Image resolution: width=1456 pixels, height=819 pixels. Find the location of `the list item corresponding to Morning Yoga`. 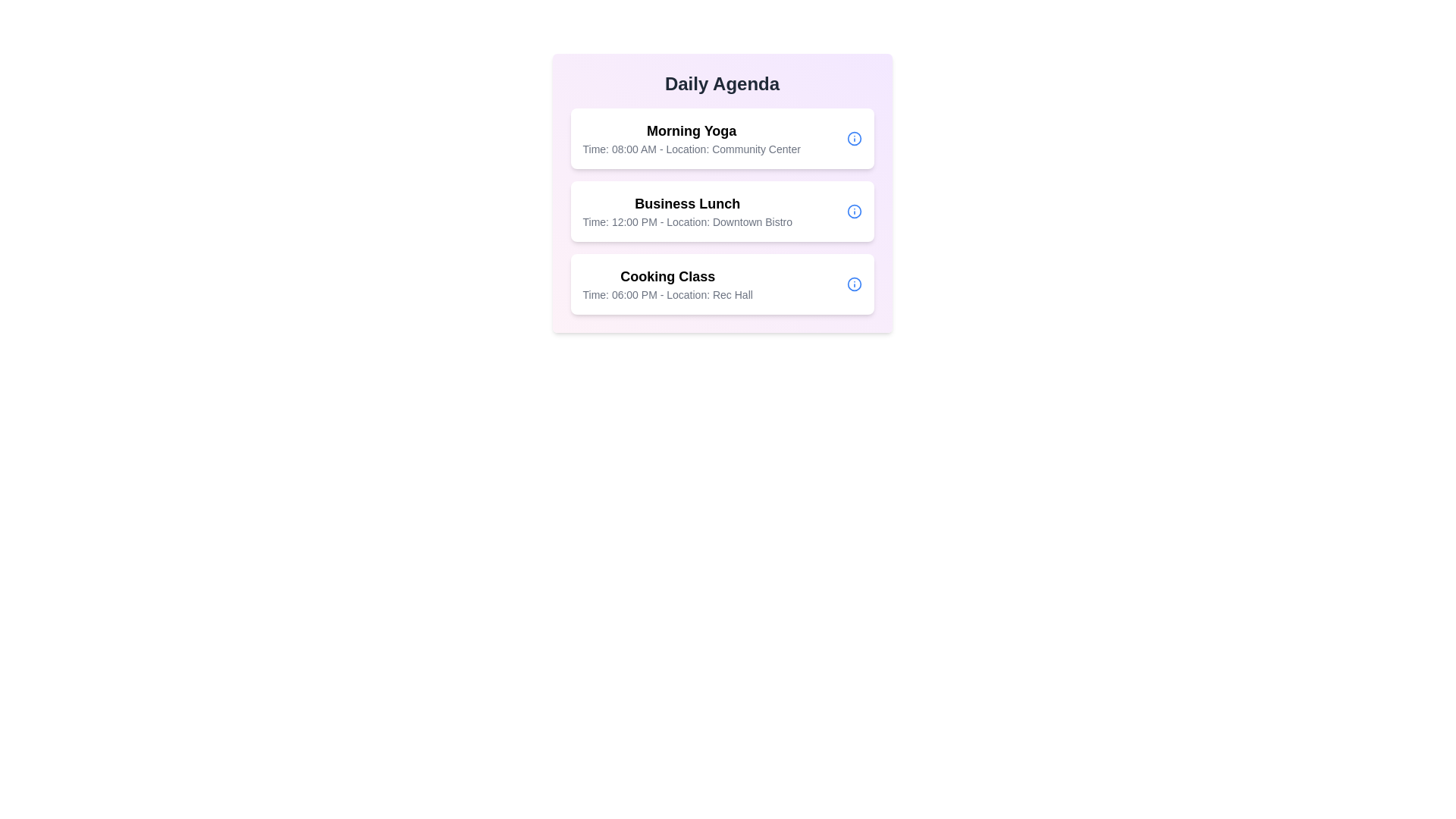

the list item corresponding to Morning Yoga is located at coordinates (721, 138).